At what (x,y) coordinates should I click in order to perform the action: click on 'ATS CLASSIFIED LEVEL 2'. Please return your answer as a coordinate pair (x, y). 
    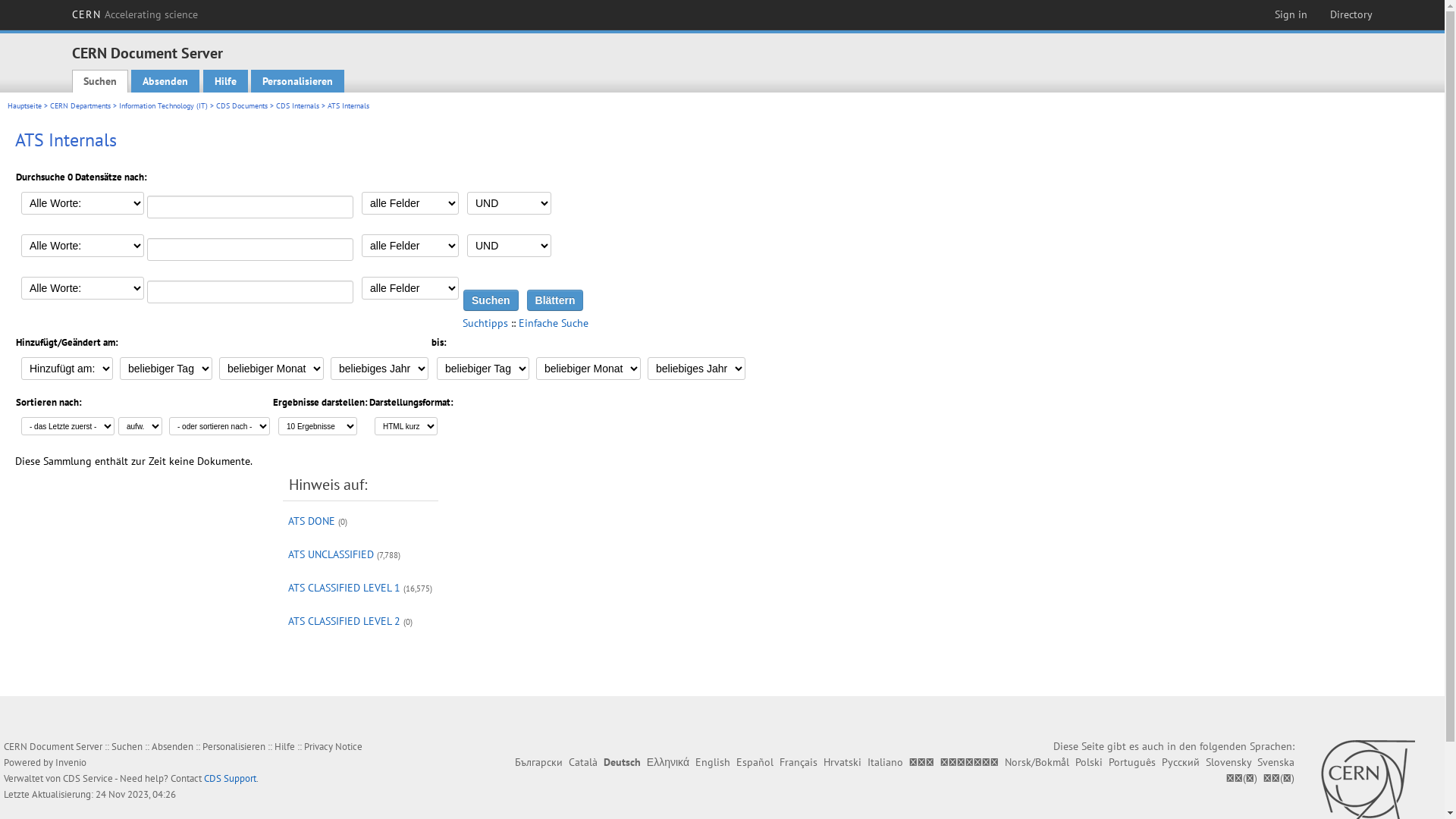
    Looking at the image, I should click on (344, 620).